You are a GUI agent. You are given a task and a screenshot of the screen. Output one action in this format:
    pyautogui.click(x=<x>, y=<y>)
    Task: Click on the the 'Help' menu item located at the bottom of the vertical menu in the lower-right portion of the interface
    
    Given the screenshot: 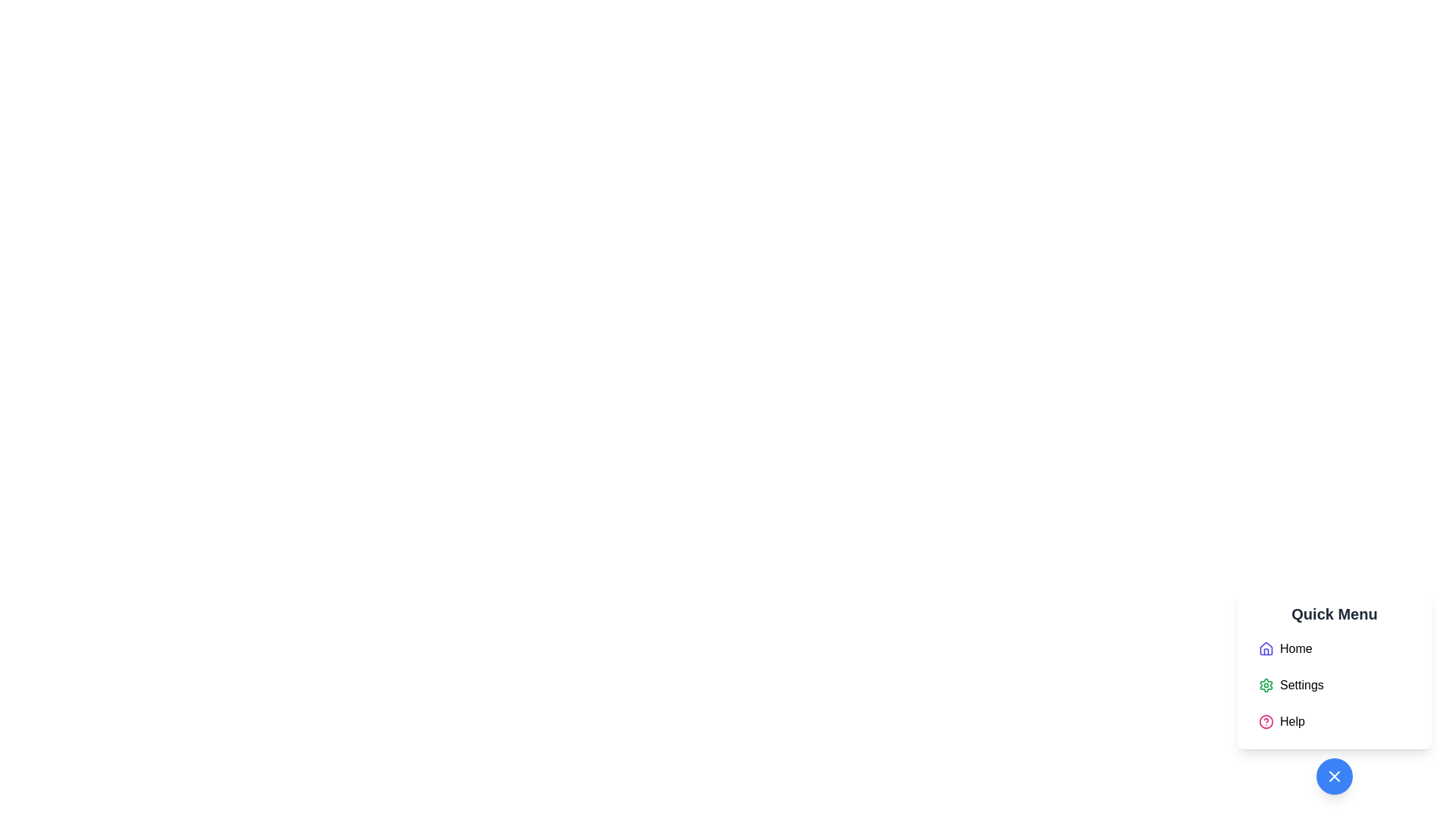 What is the action you would take?
    pyautogui.click(x=1335, y=721)
    